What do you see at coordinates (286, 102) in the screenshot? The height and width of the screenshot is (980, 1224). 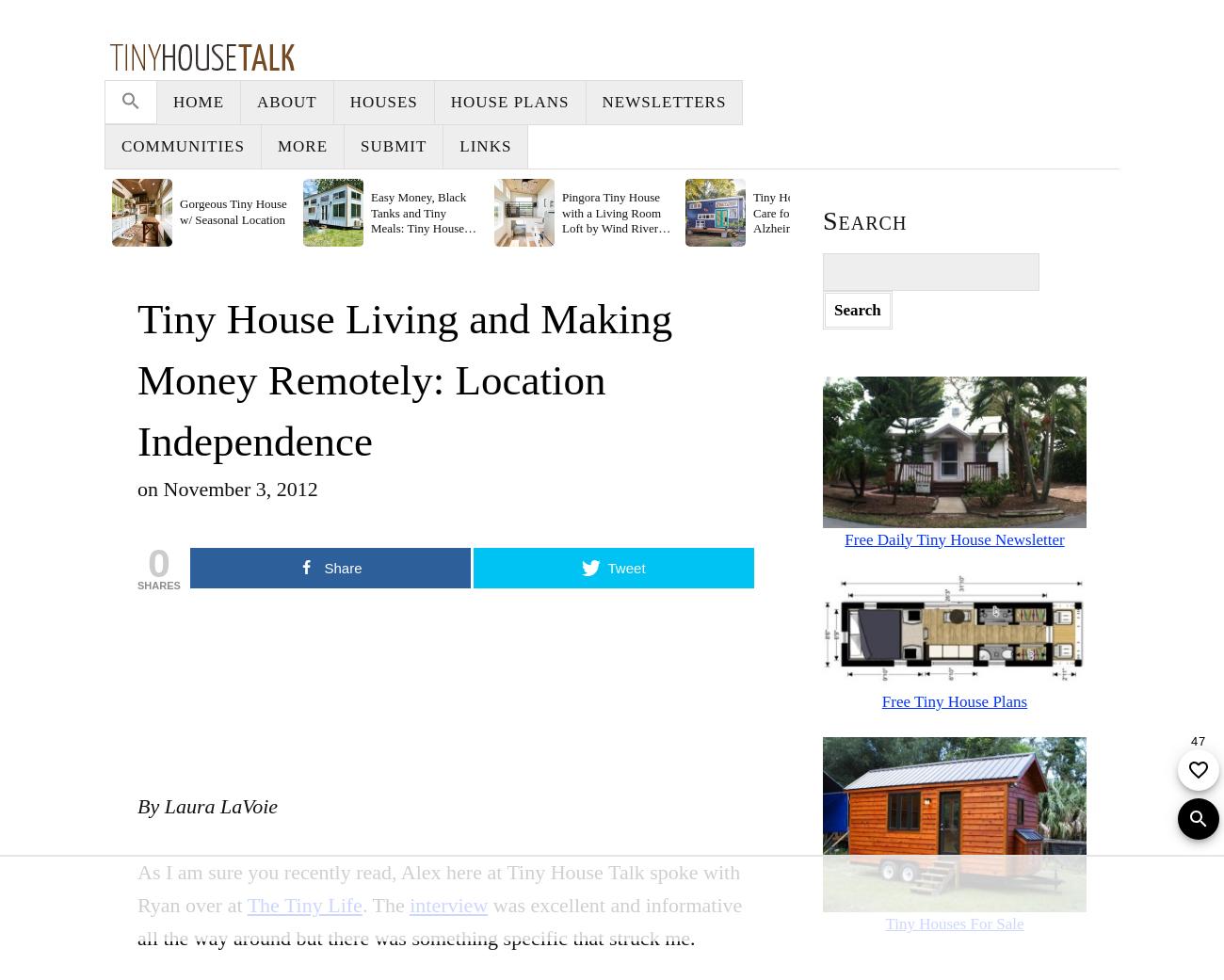 I see `'About'` at bounding box center [286, 102].